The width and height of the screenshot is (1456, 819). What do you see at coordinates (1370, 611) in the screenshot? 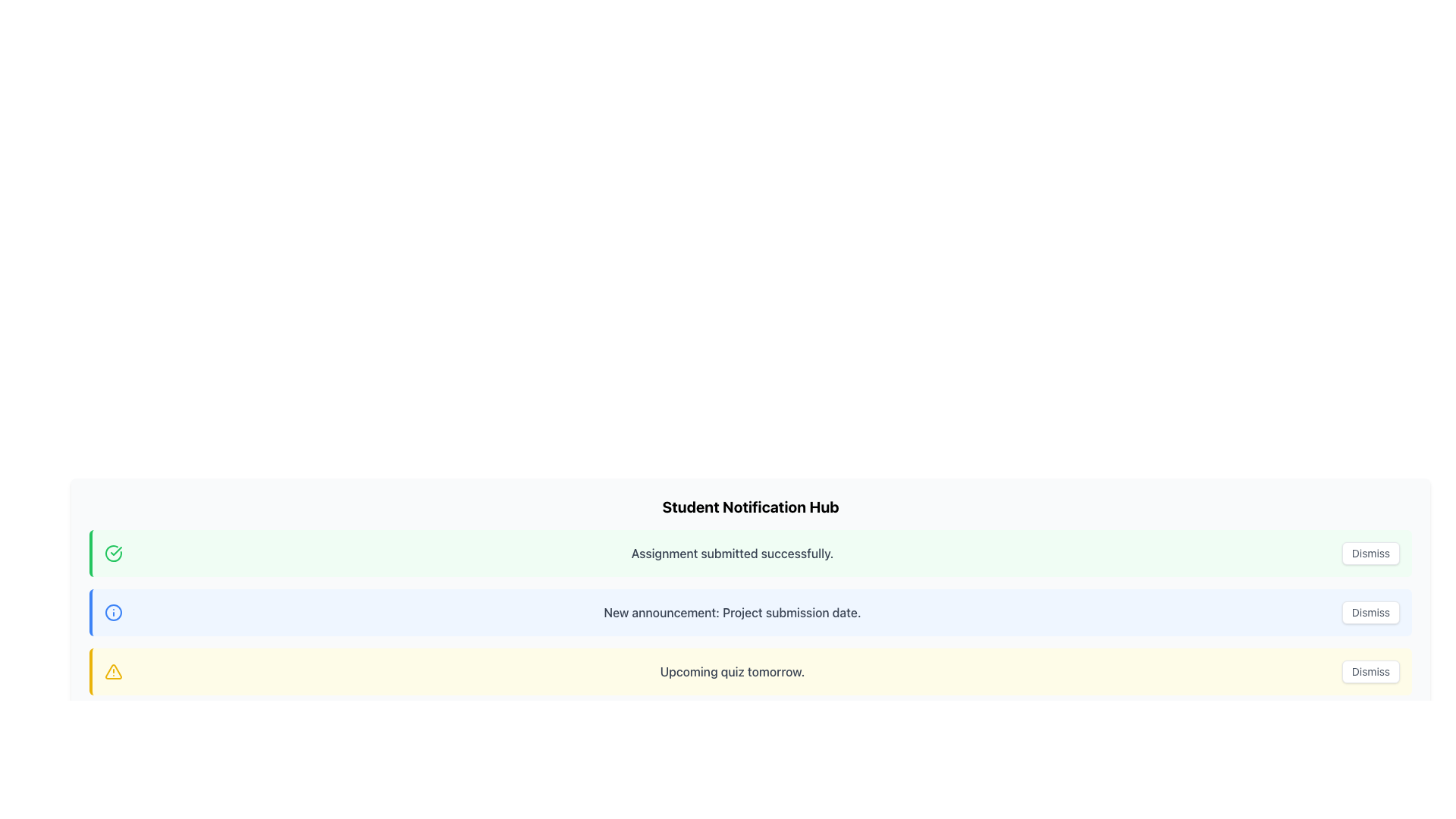
I see `the rectangular 'Dismiss' button with a light background and dark gray text` at bounding box center [1370, 611].